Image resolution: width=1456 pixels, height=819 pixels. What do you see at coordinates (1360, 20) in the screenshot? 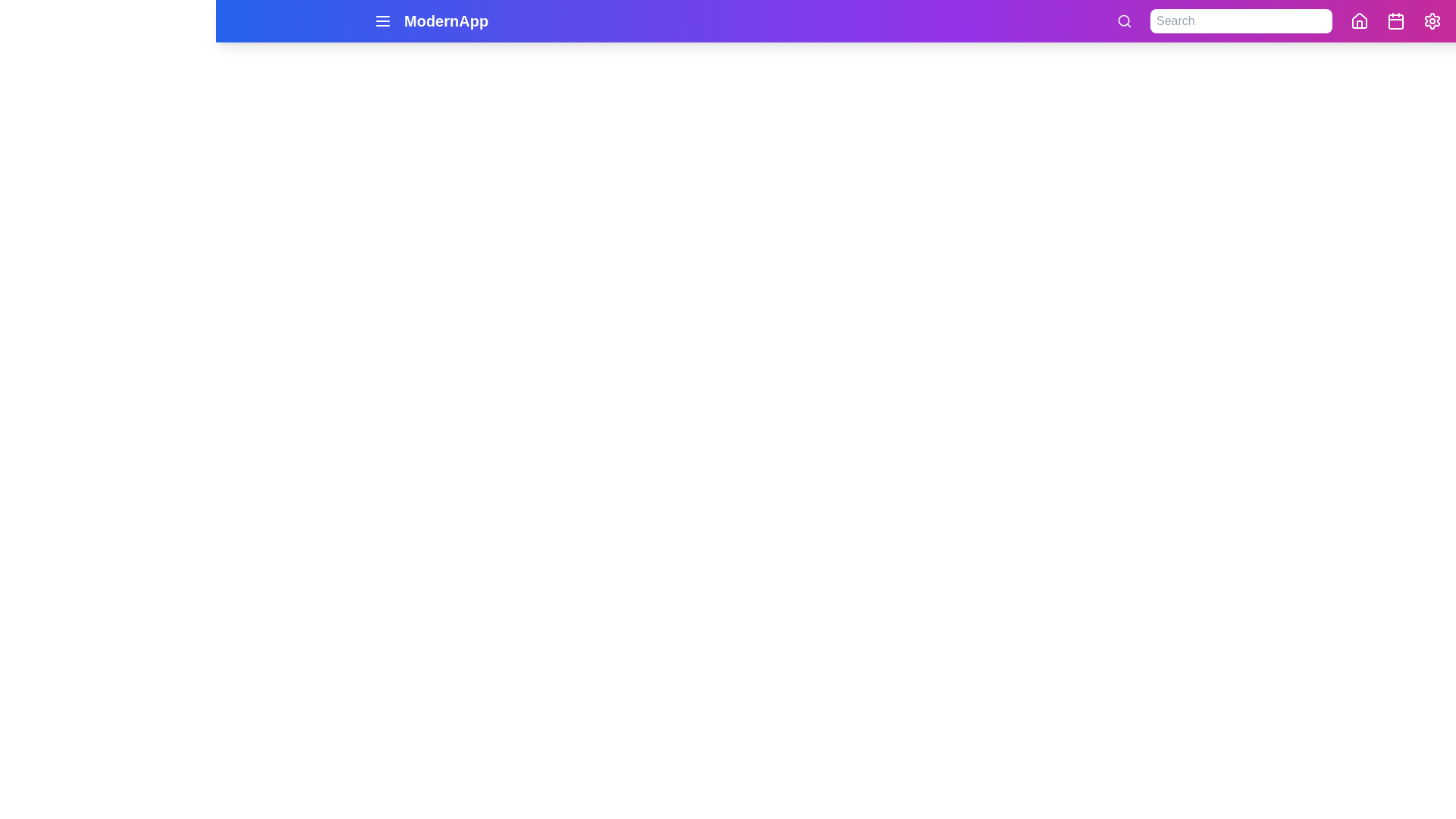
I see `the house icon located in the top-right section of the navigation bar` at bounding box center [1360, 20].